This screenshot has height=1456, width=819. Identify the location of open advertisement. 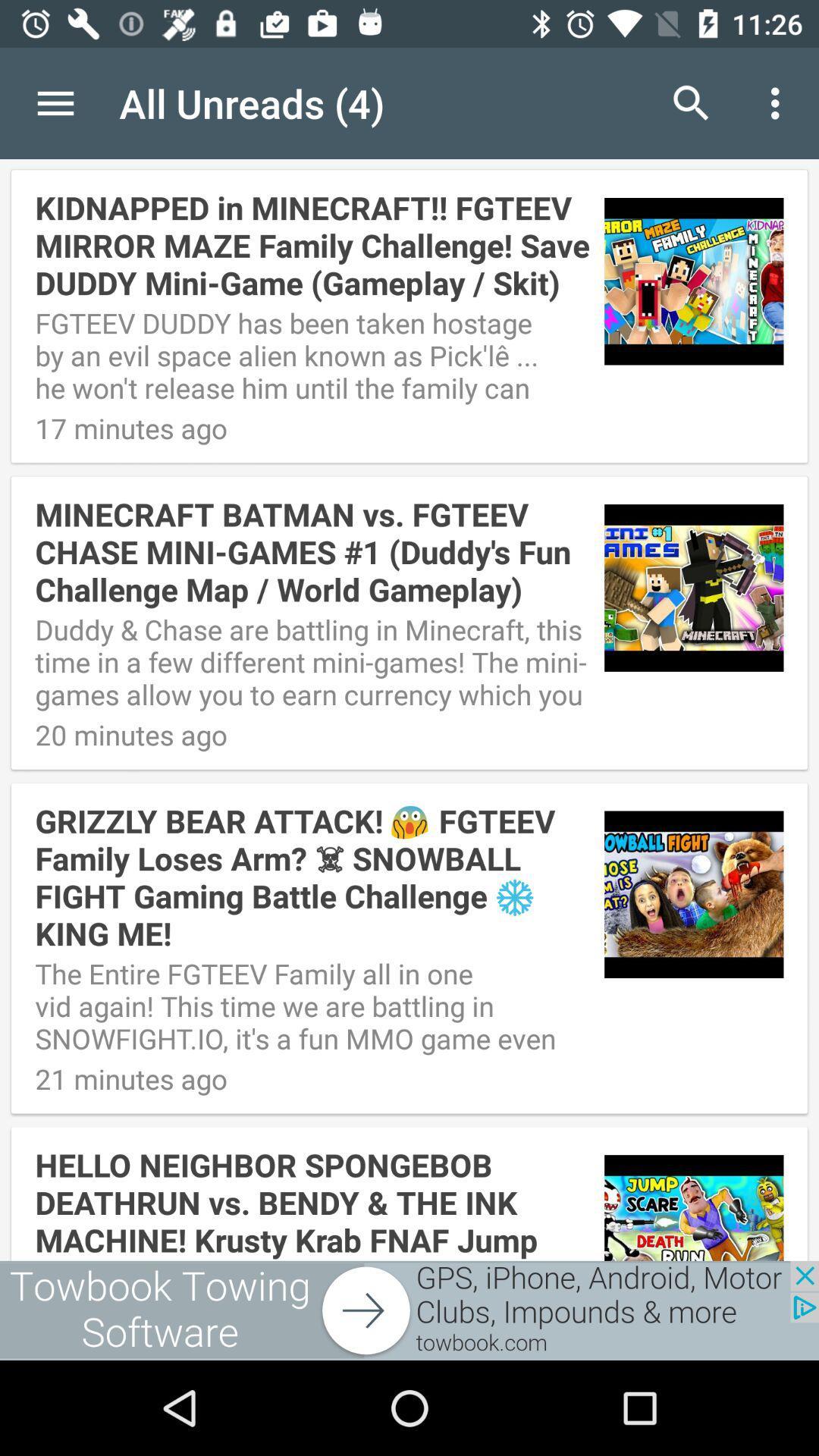
(409, 1310).